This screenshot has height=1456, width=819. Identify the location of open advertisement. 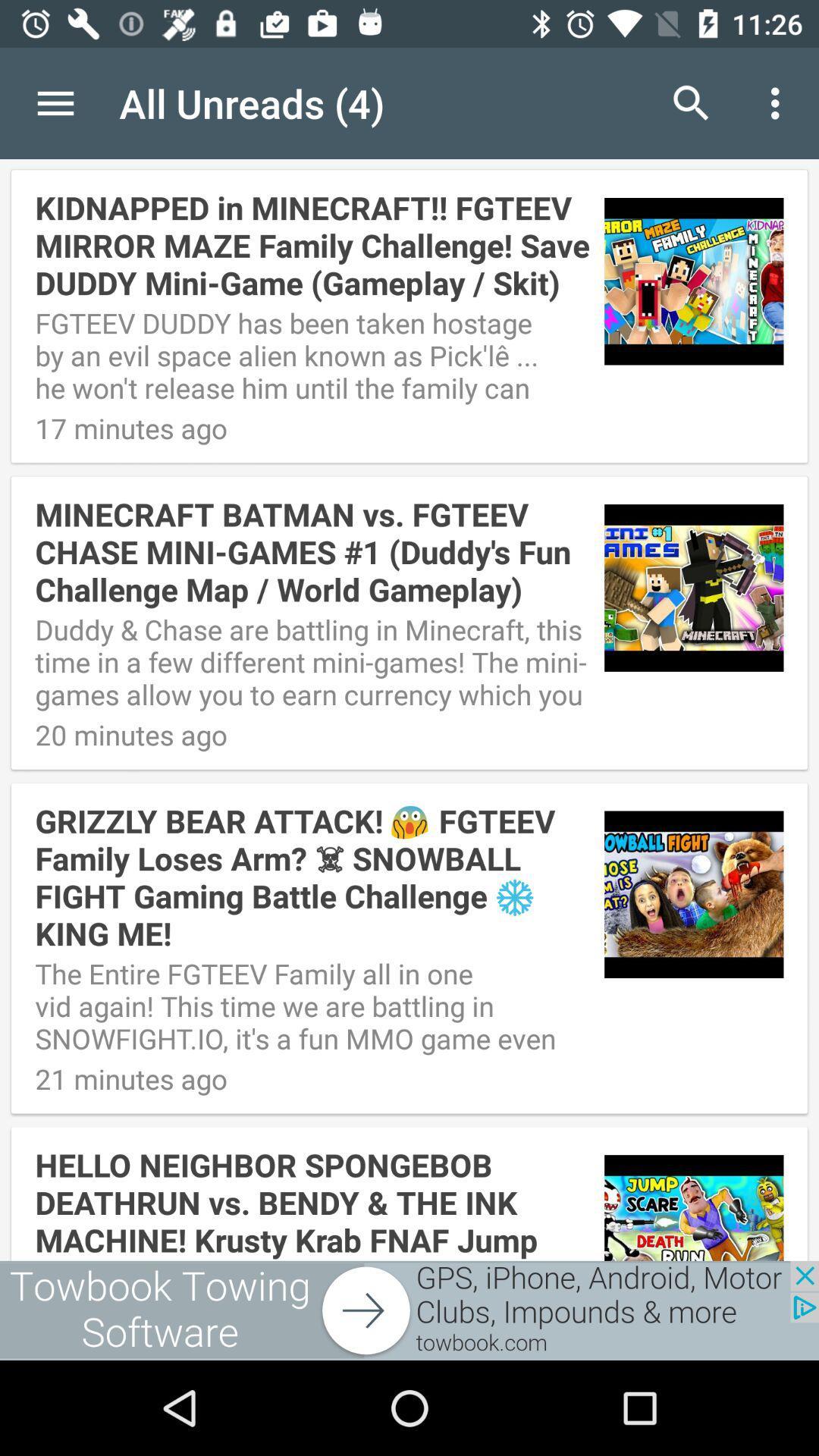
(409, 1310).